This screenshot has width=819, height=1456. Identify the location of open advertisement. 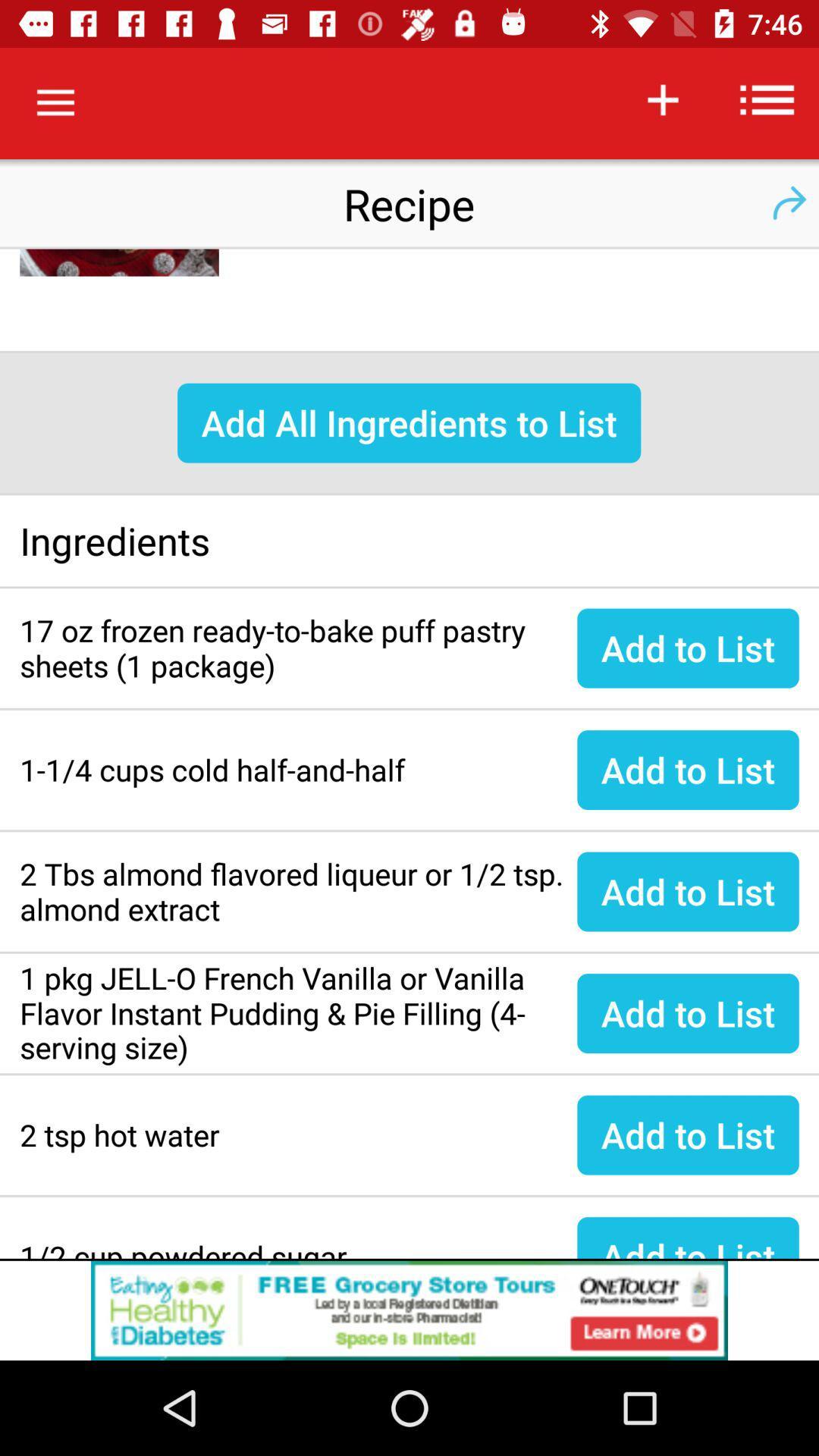
(409, 1310).